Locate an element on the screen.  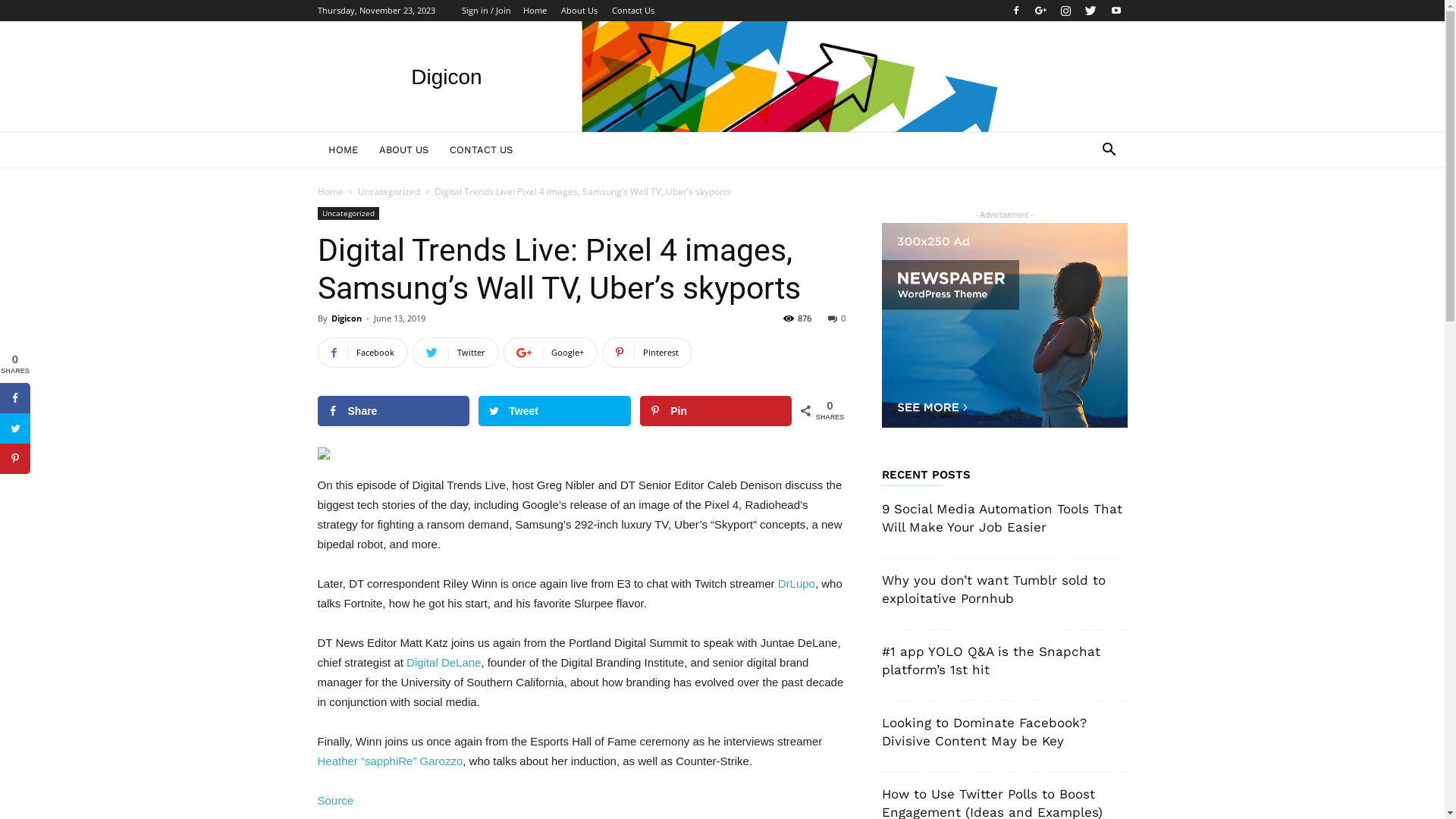
'Google+' is located at coordinates (503, 353).